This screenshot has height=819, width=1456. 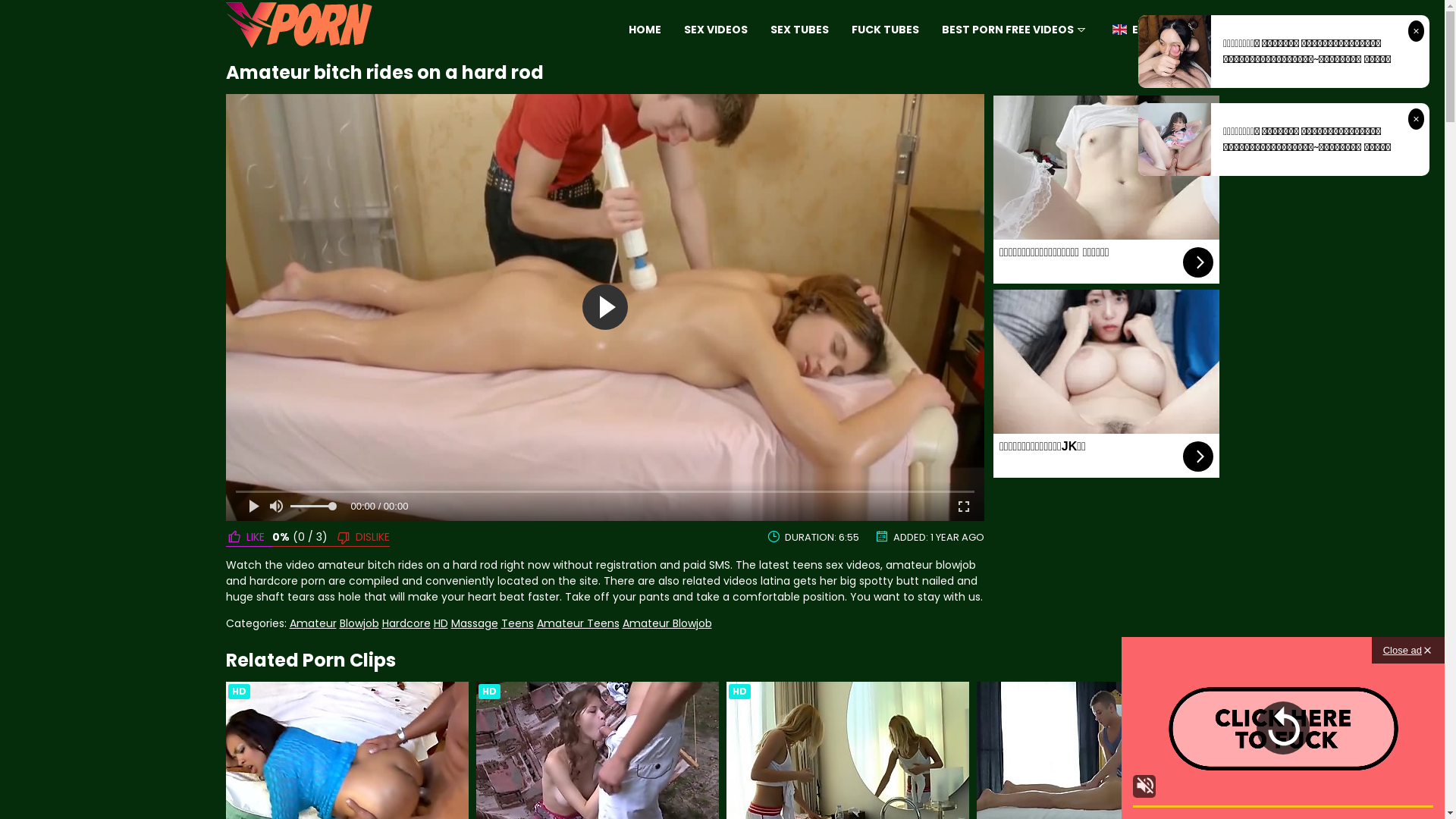 I want to click on 'Amateur', so click(x=312, y=623).